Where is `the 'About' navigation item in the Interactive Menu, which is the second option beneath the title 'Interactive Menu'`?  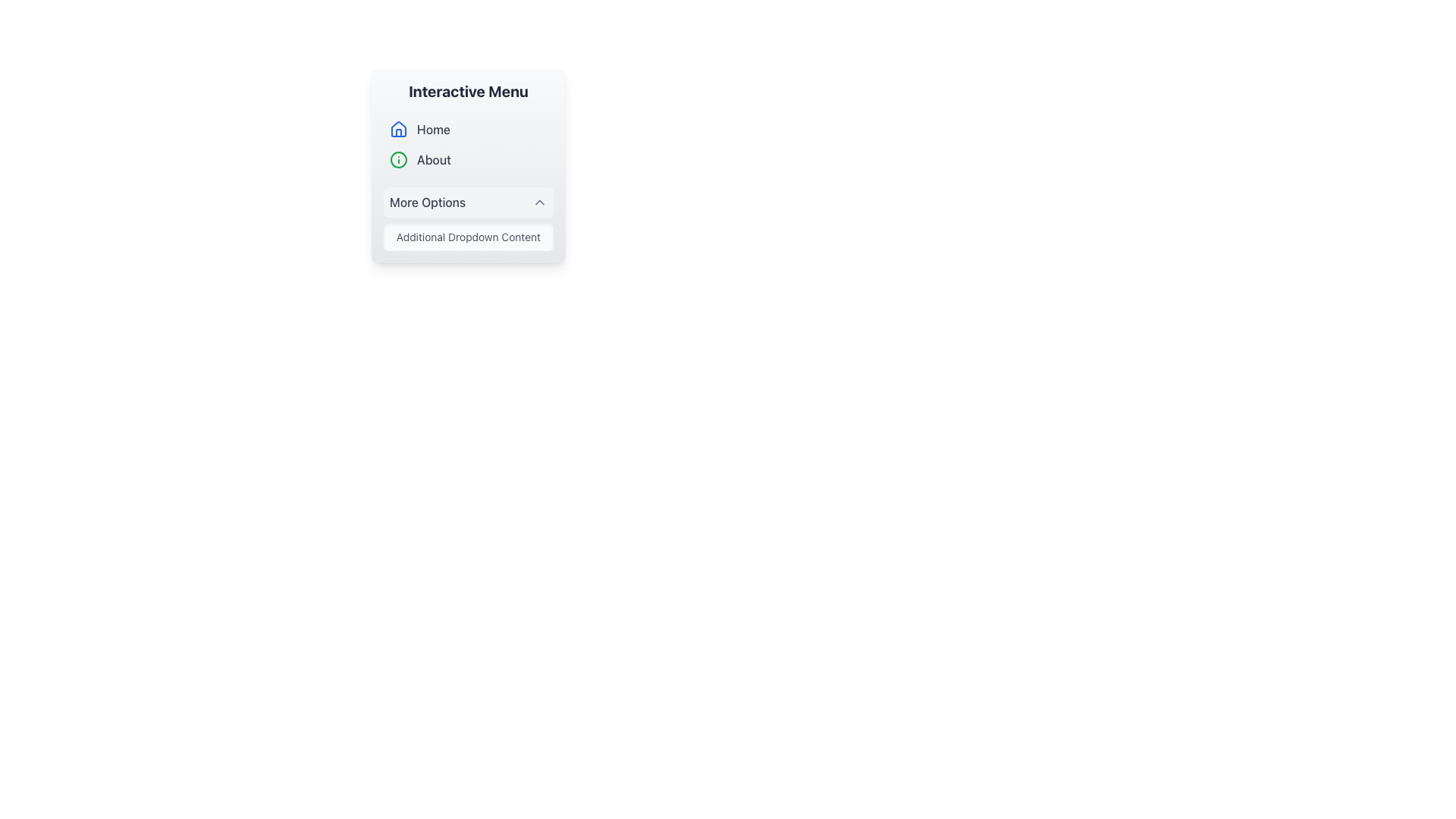
the 'About' navigation item in the Interactive Menu, which is the second option beneath the title 'Interactive Menu' is located at coordinates (468, 166).